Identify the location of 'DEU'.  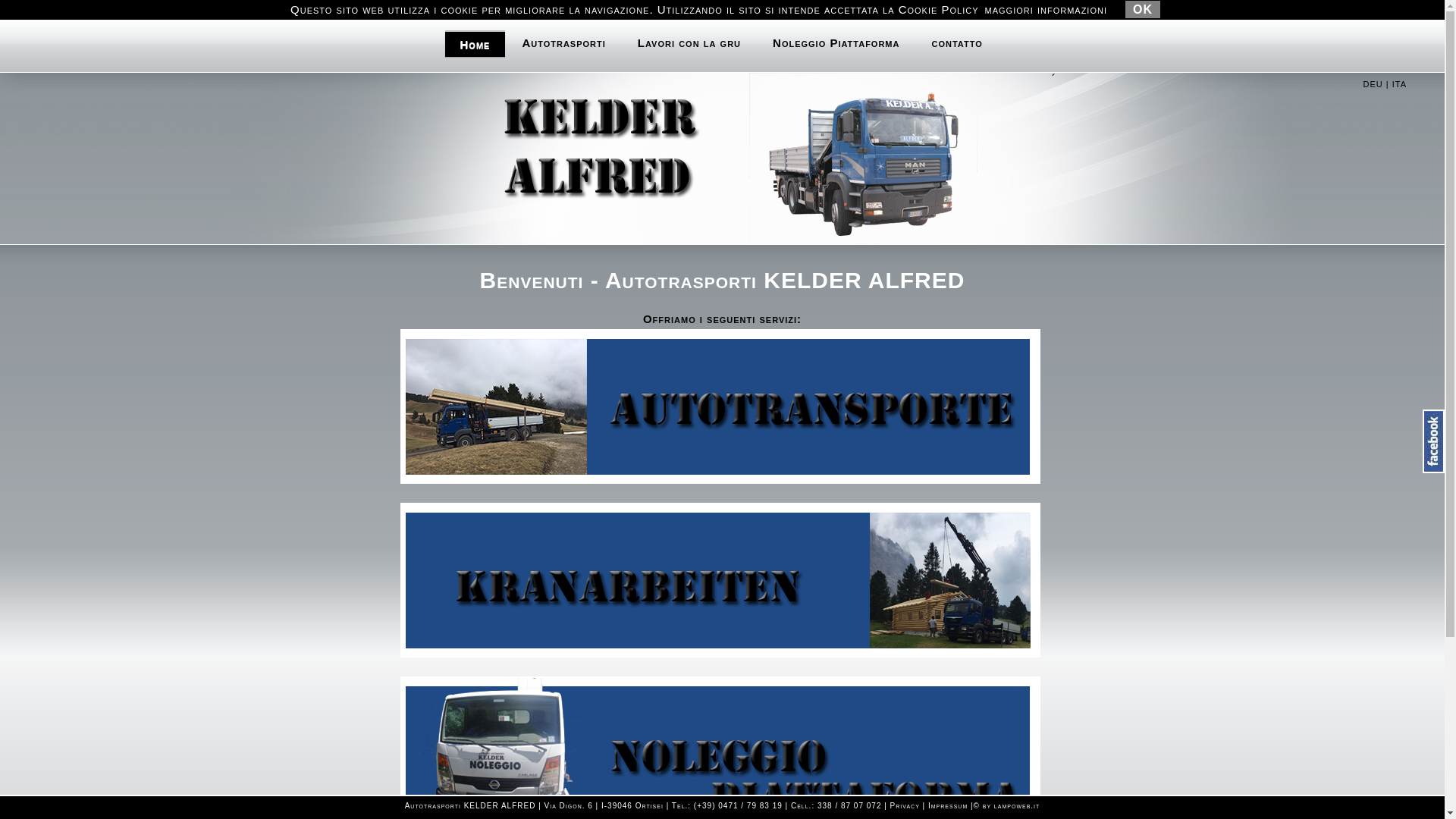
(1372, 84).